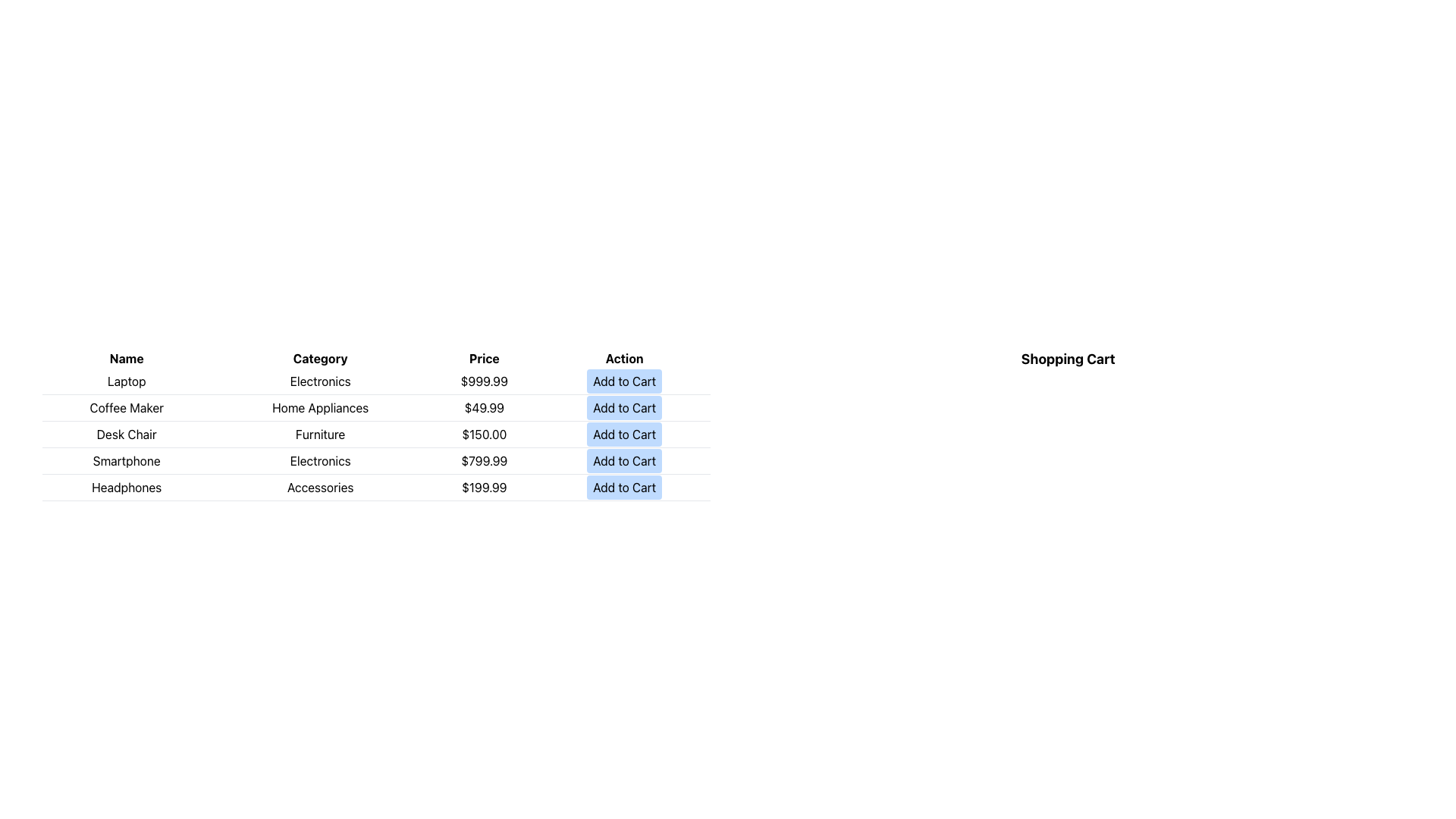 The image size is (1456, 819). I want to click on static text label displaying the price '$999.99', which is positioned in the third column labeled 'Price' in the first row of a table, between the 'Electronics' category label and the 'Add to Cart' button, so click(483, 381).